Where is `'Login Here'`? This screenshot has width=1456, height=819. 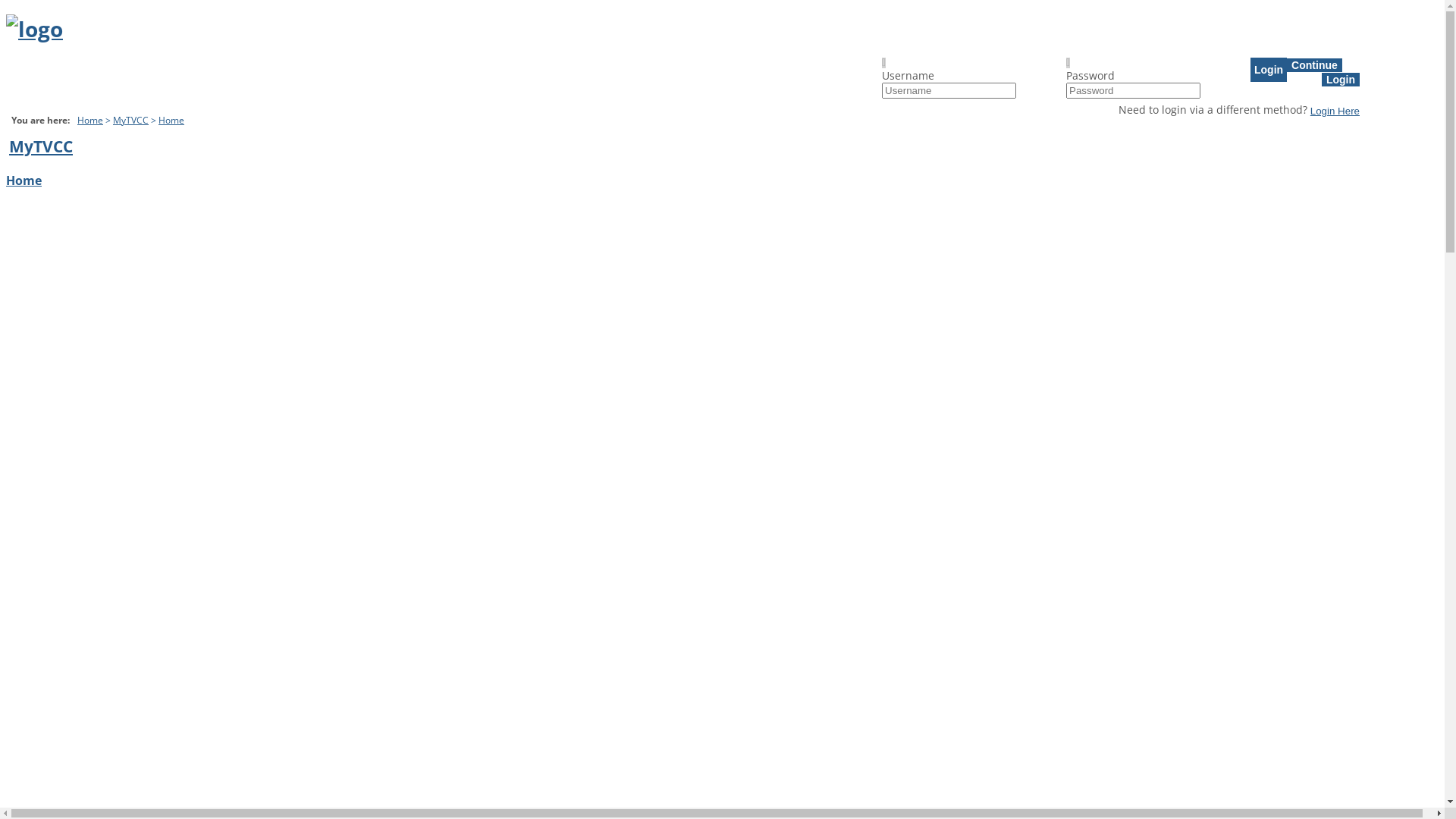 'Login Here' is located at coordinates (1310, 109).